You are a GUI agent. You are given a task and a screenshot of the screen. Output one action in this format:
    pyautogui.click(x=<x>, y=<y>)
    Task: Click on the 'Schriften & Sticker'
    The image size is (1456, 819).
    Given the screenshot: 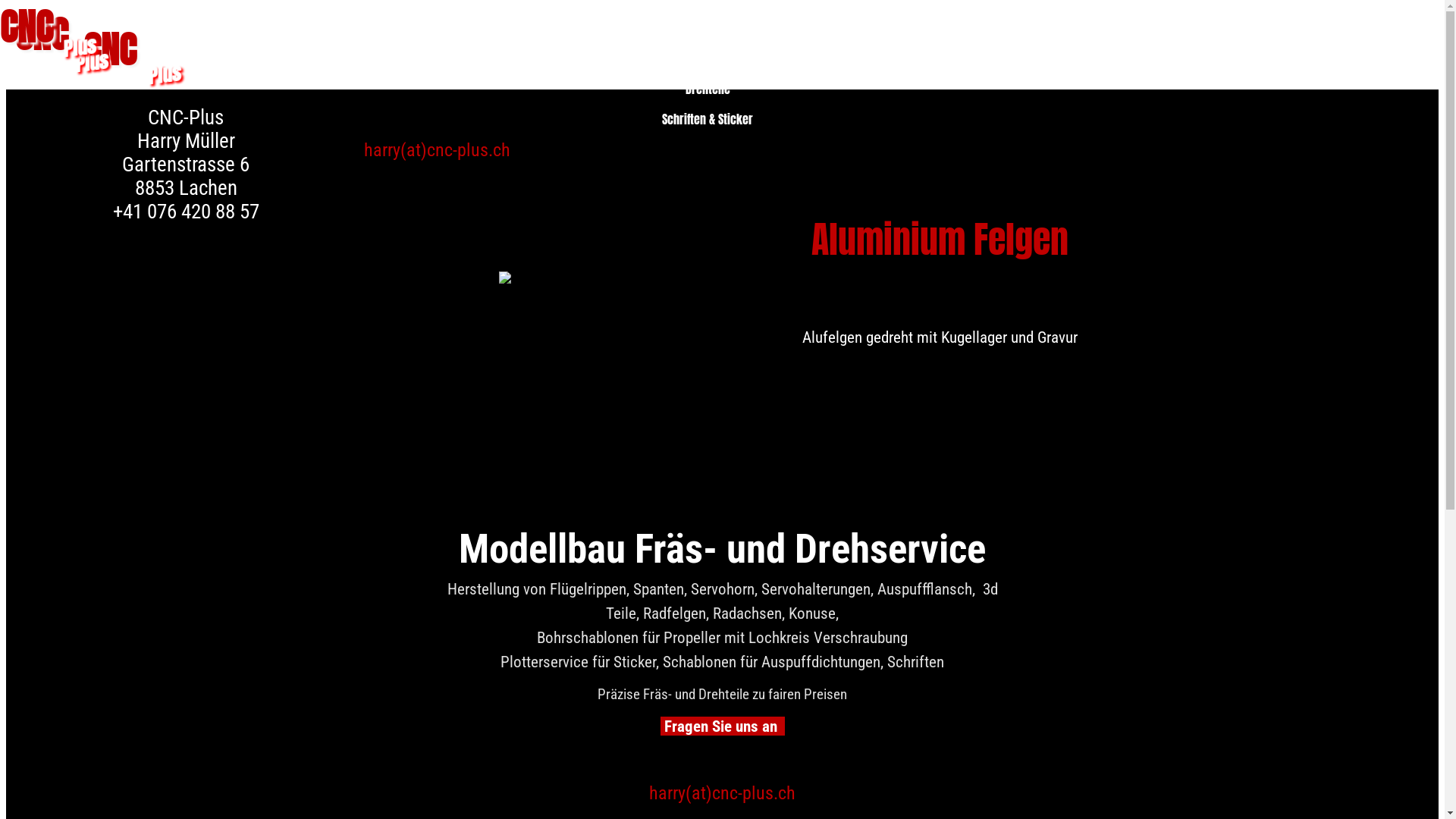 What is the action you would take?
    pyautogui.click(x=658, y=118)
    